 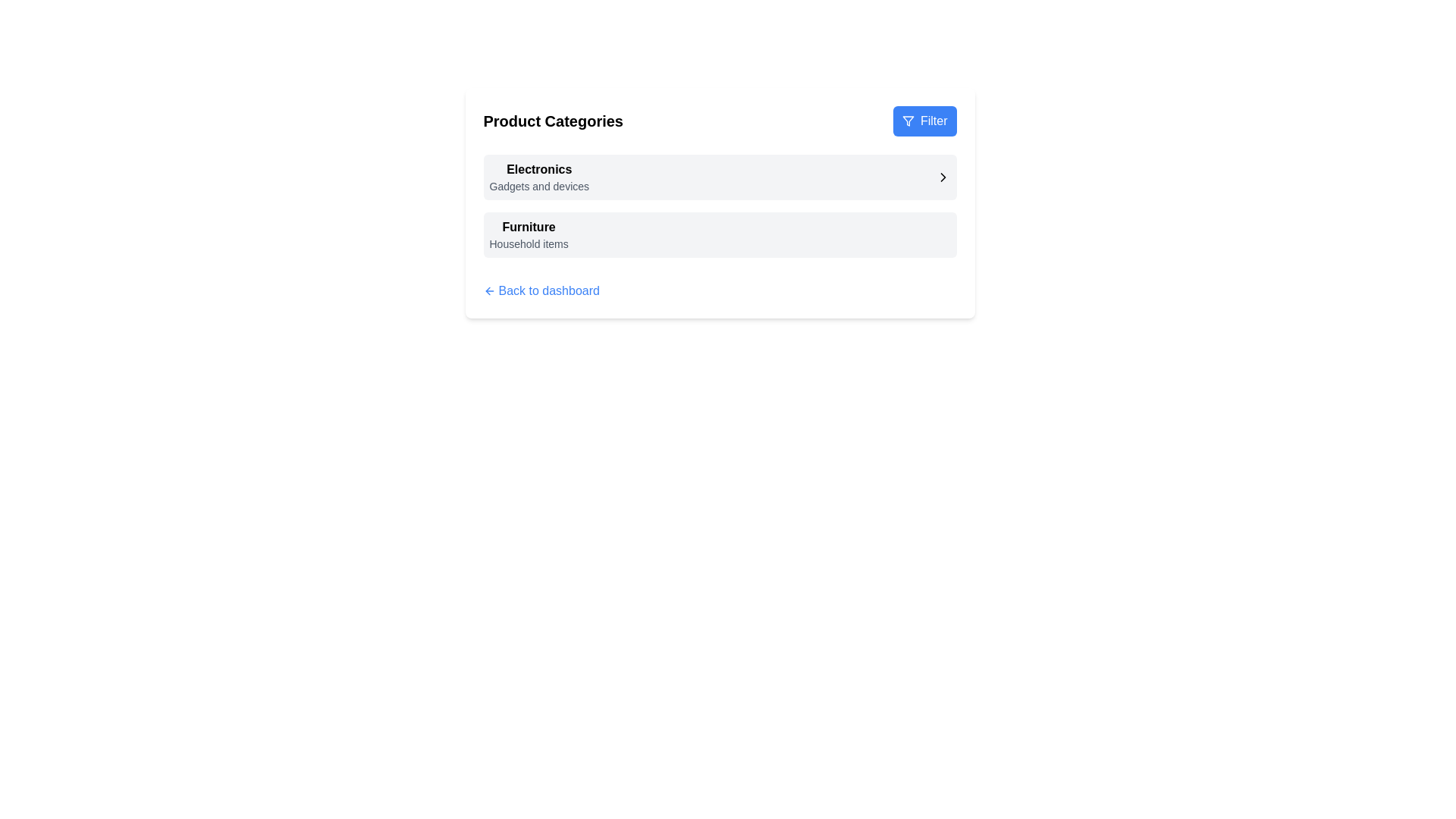 What do you see at coordinates (719, 177) in the screenshot?
I see `the first clickable list item labeled 'Electronics' in the product categories` at bounding box center [719, 177].